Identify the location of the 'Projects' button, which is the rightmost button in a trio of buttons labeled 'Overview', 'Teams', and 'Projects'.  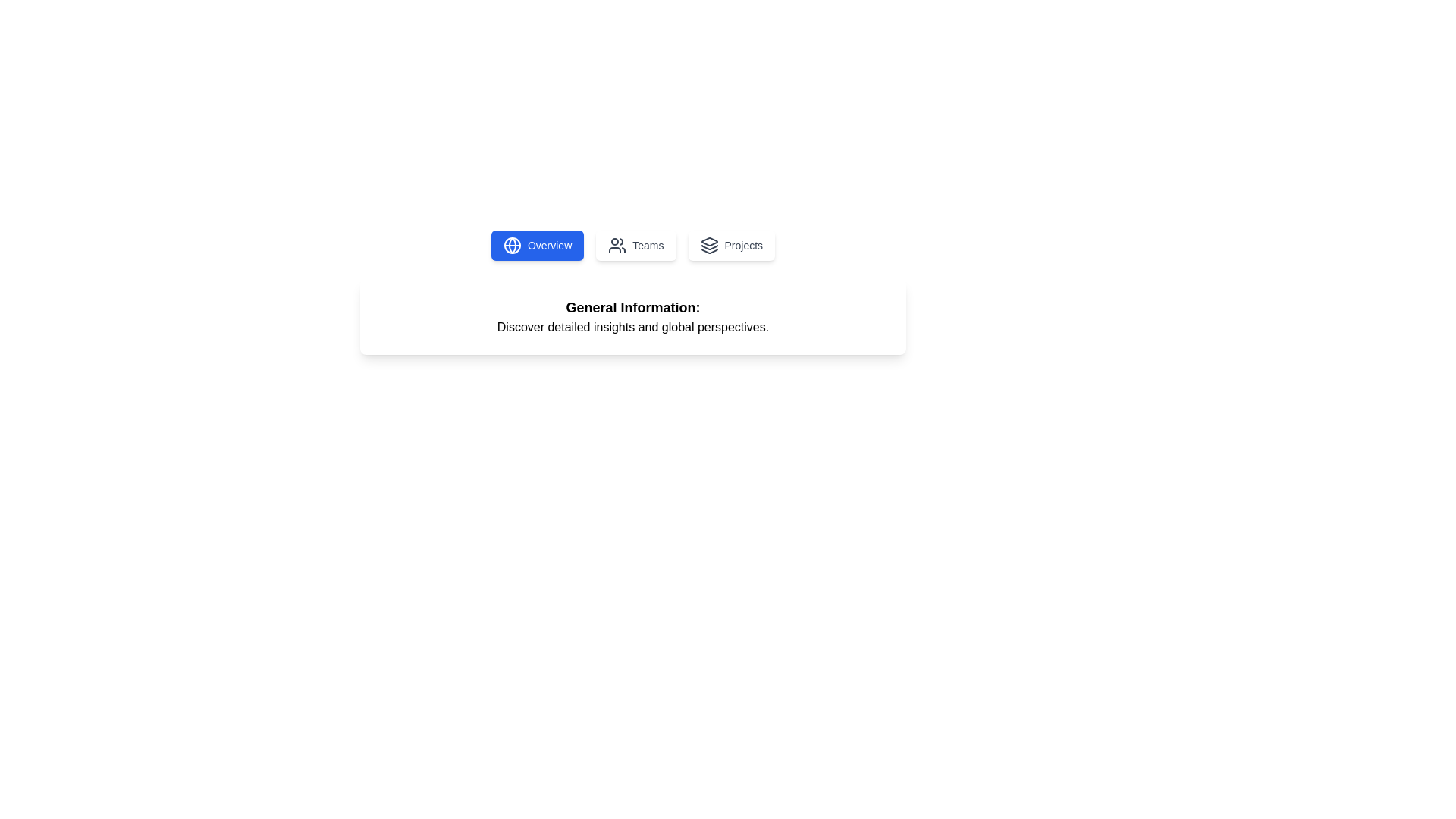
(731, 245).